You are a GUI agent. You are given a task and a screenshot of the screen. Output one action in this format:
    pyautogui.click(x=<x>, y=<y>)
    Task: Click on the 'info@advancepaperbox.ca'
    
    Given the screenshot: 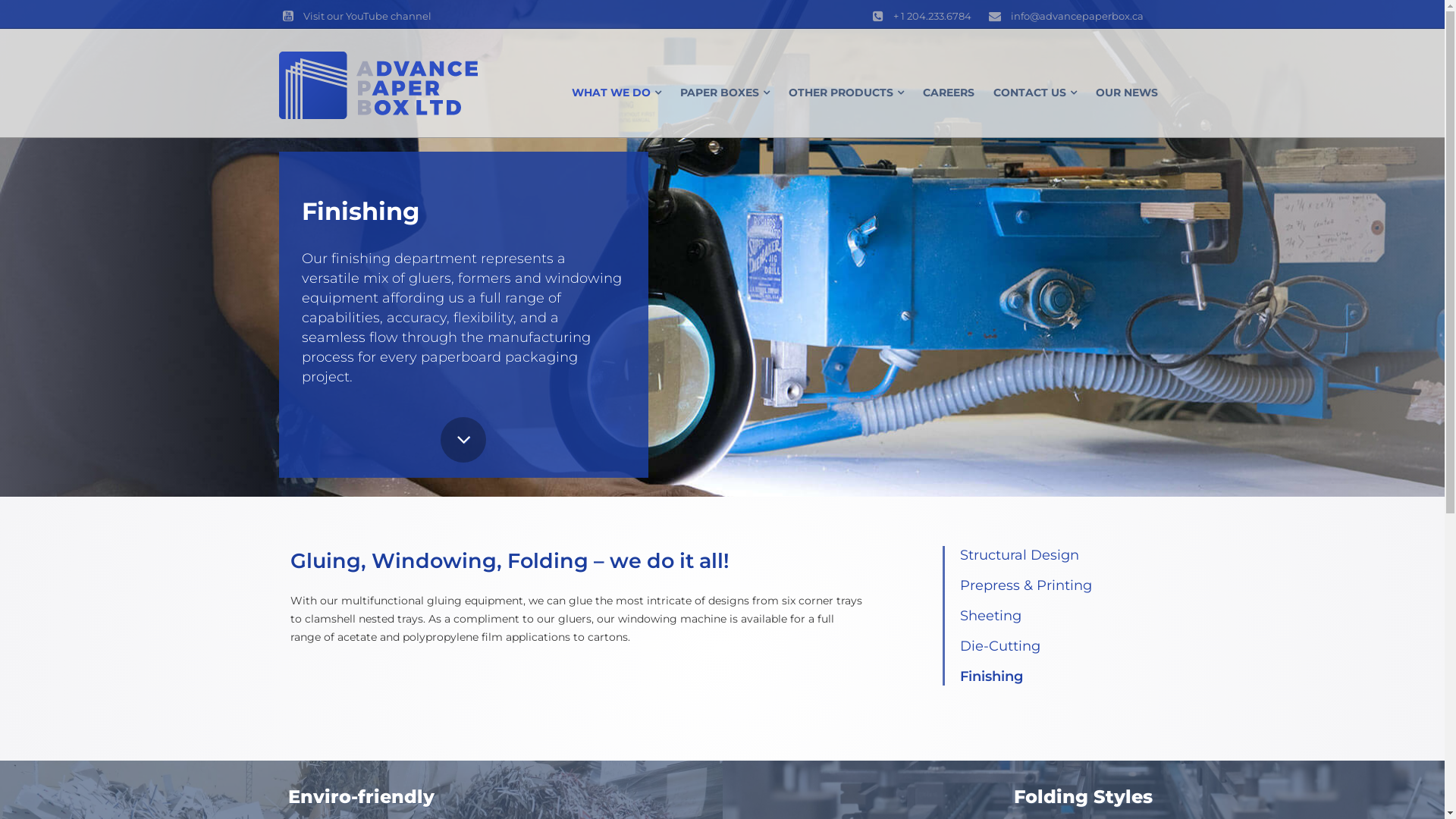 What is the action you would take?
    pyautogui.click(x=1062, y=14)
    